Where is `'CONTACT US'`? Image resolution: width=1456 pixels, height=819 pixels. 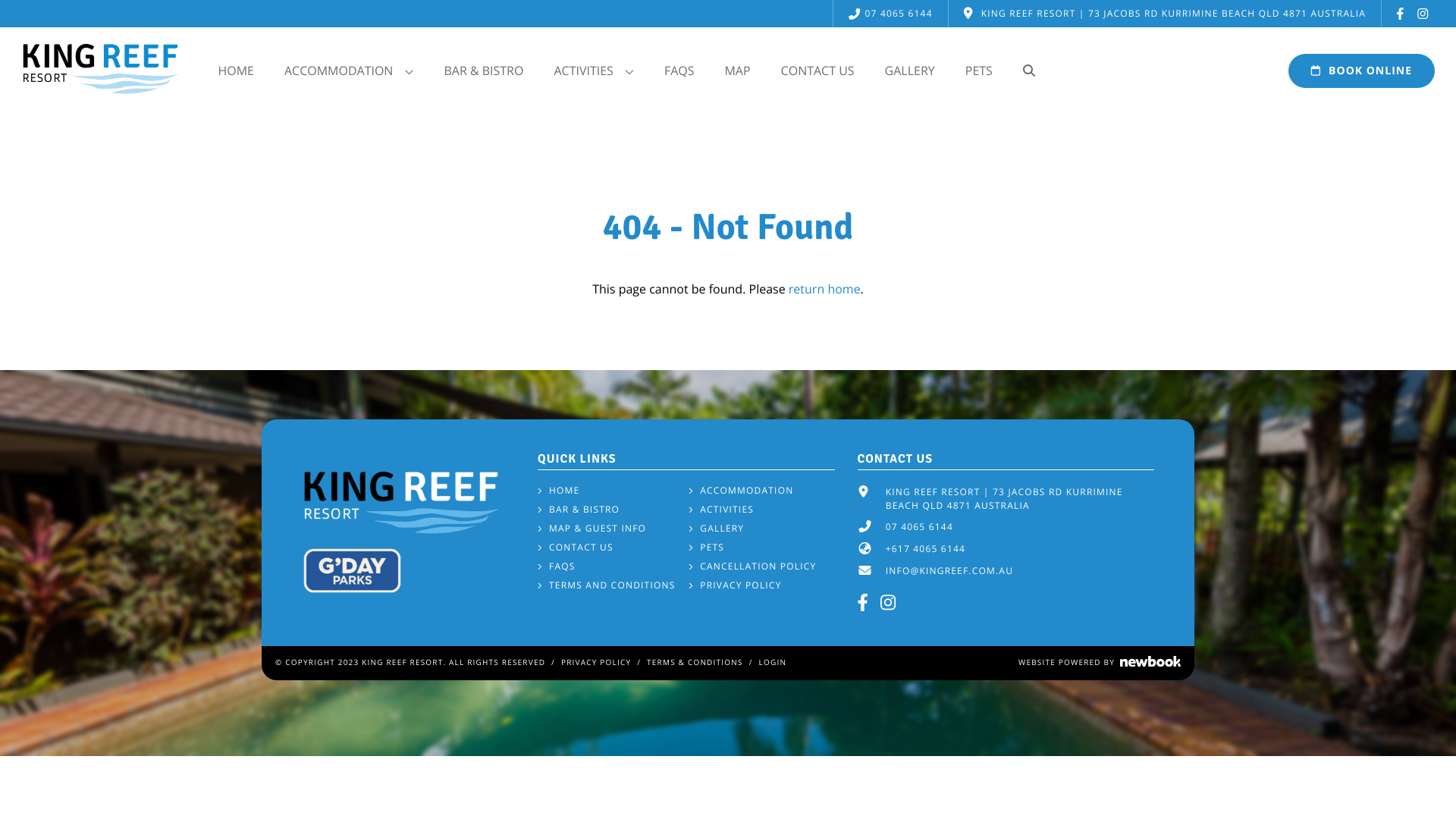
'CONTACT US' is located at coordinates (765, 70).